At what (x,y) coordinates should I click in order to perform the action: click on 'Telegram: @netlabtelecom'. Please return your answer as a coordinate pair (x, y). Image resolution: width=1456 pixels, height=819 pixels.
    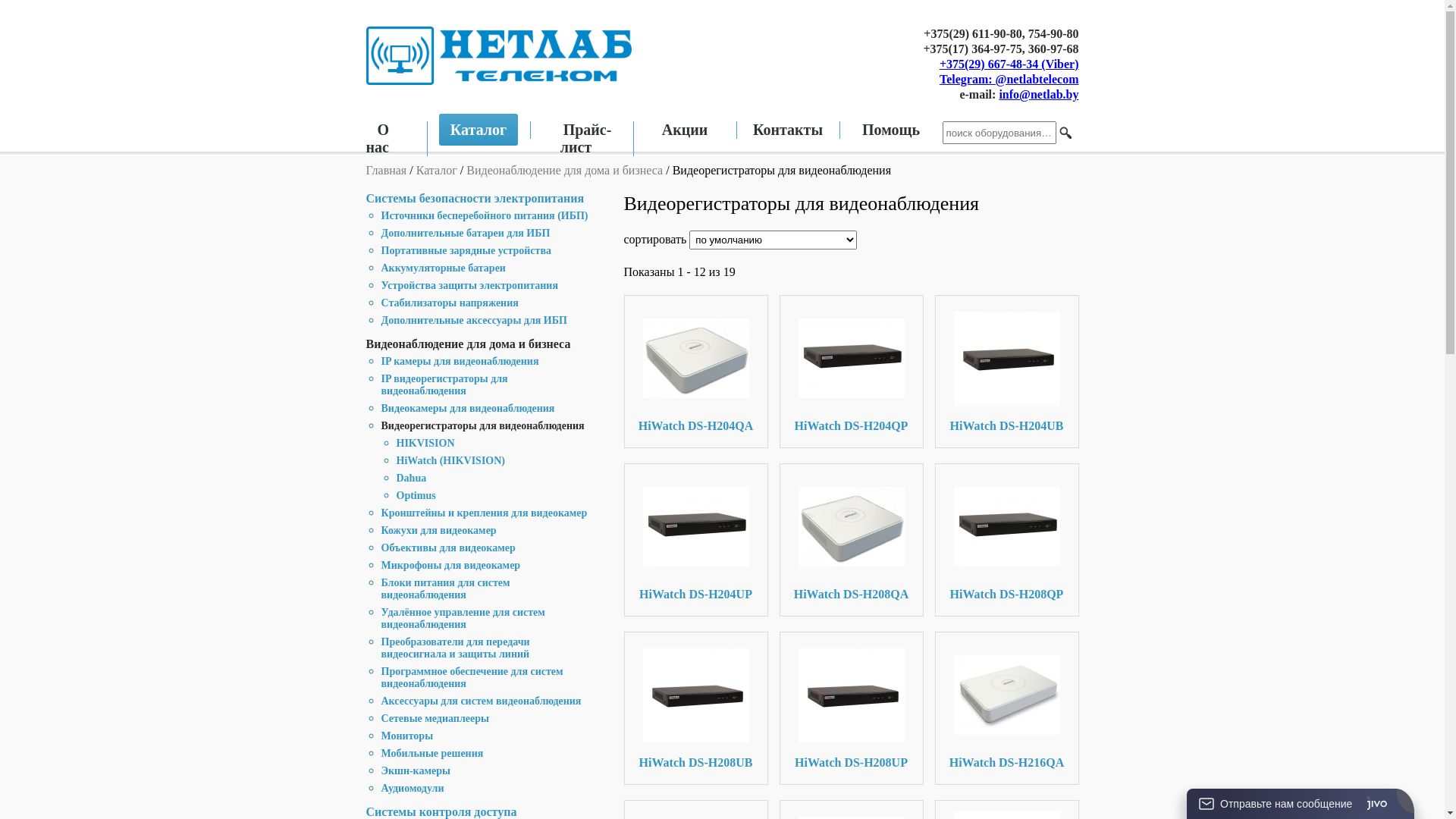
    Looking at the image, I should click on (1009, 79).